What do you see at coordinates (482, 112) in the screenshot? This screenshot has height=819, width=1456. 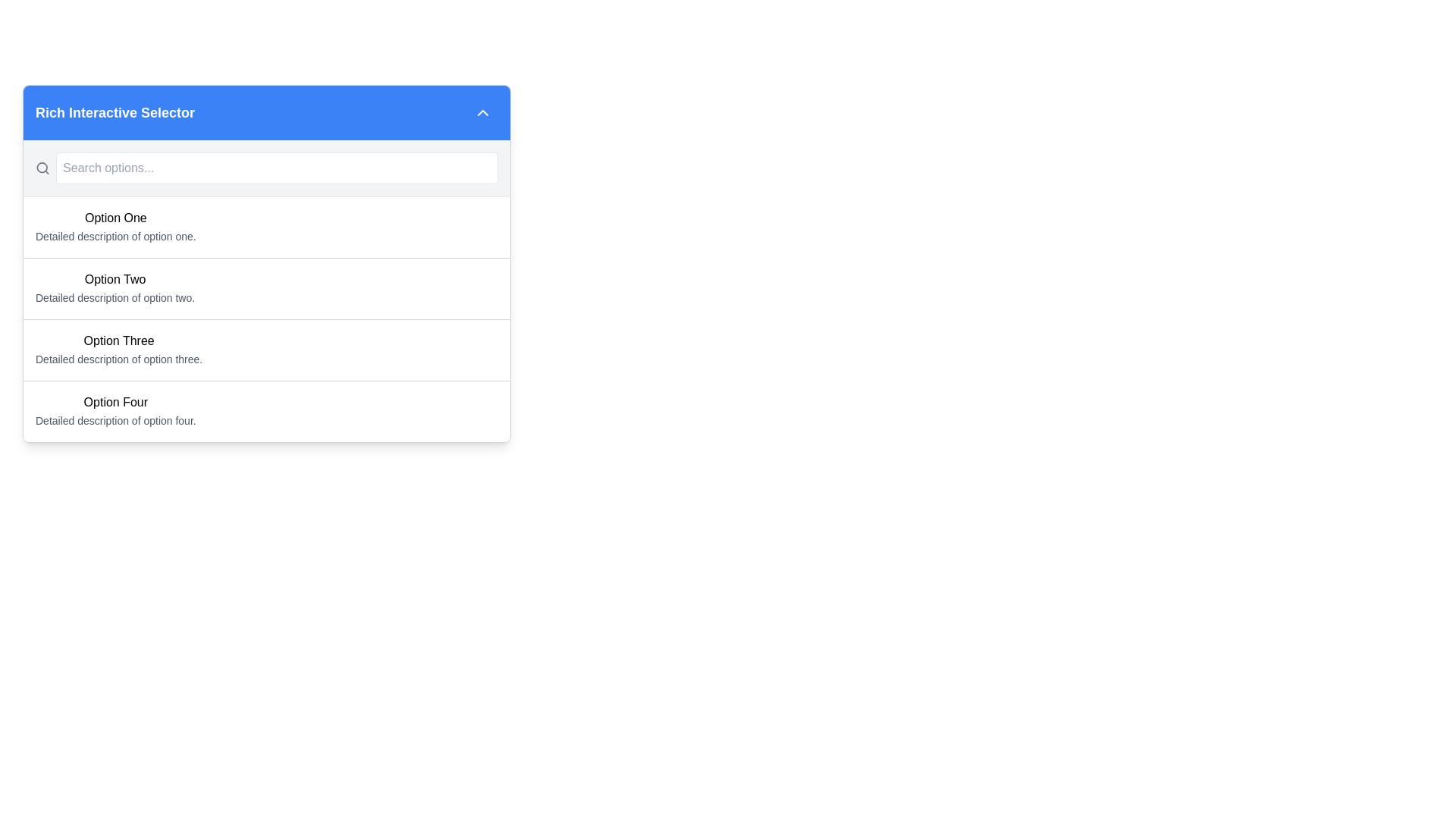 I see `the upward arrow button in the header section of the 'Rich Interactive Selector' interface` at bounding box center [482, 112].